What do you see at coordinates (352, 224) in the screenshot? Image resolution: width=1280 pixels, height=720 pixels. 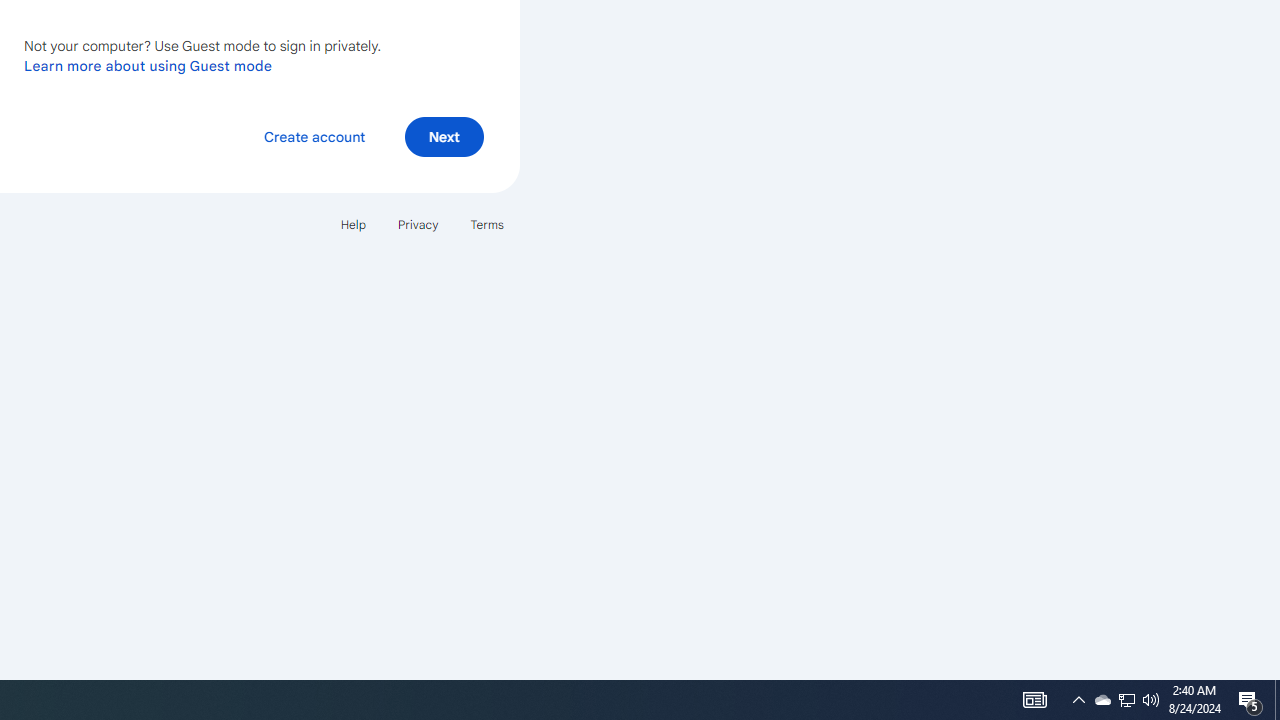 I see `'Help'` at bounding box center [352, 224].